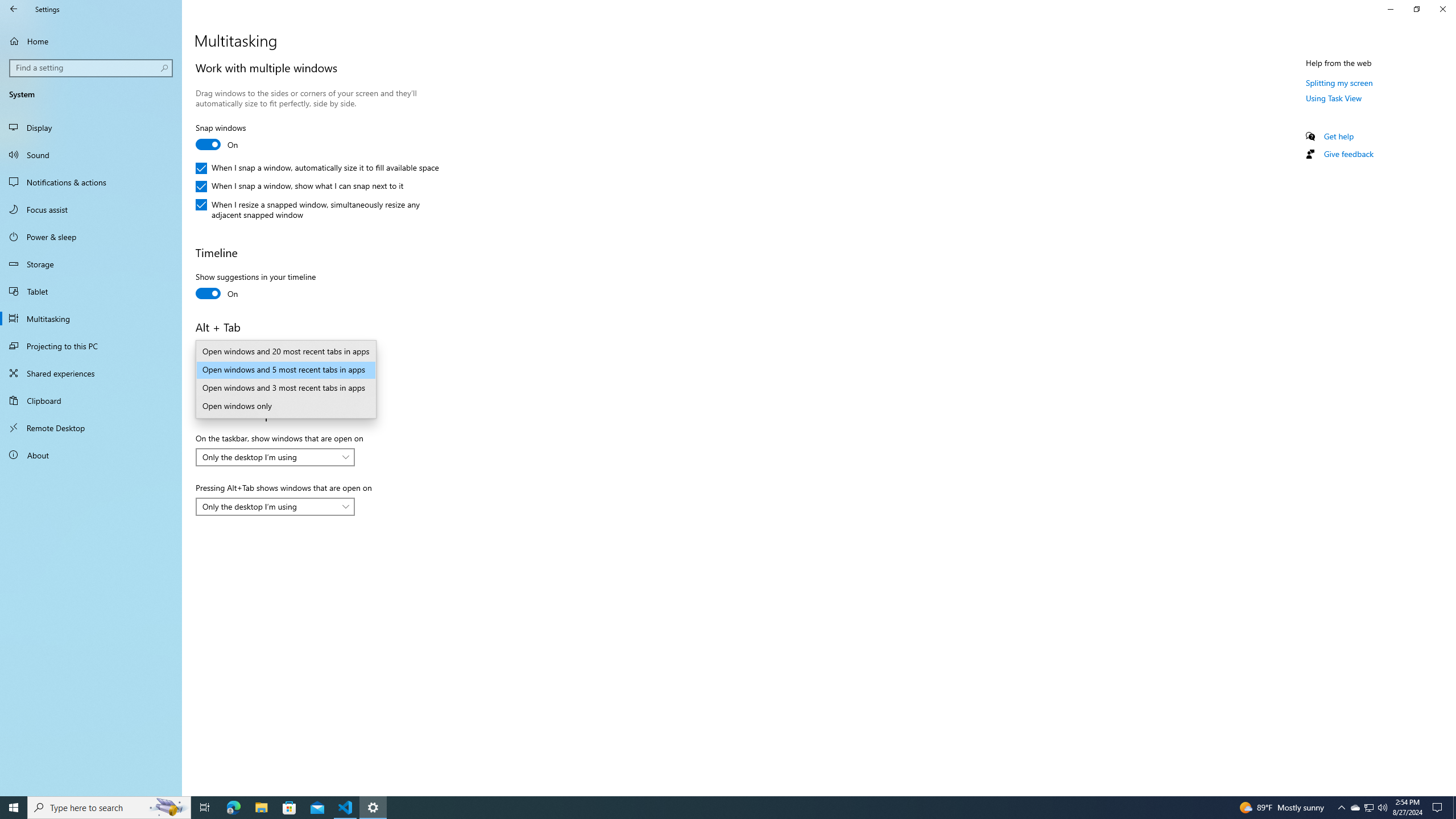 The height and width of the screenshot is (819, 1456). I want to click on 'Notification Chevron', so click(1342, 806).